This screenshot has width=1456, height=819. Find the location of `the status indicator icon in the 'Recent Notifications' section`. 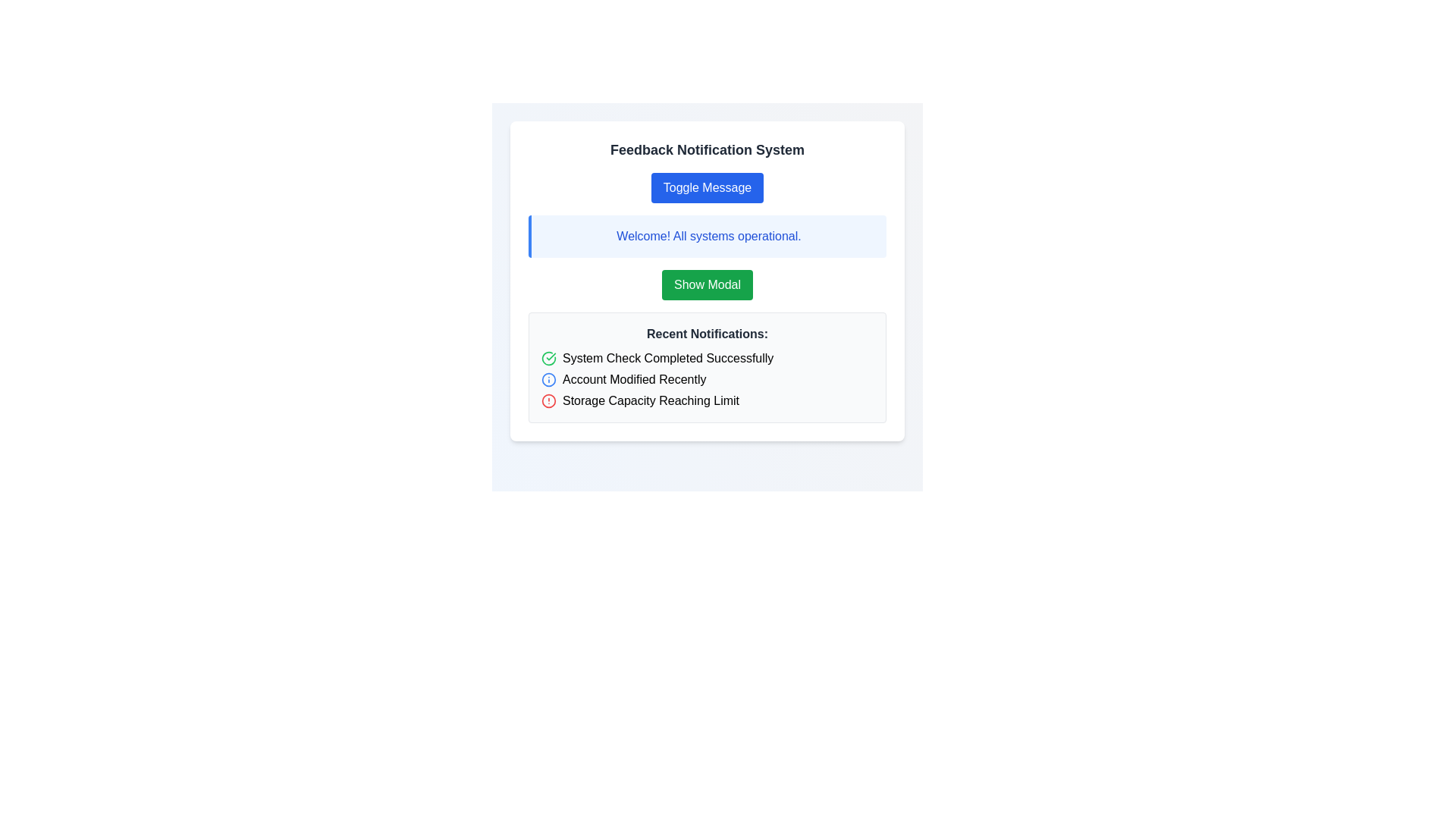

the status indicator icon in the 'Recent Notifications' section is located at coordinates (548, 359).